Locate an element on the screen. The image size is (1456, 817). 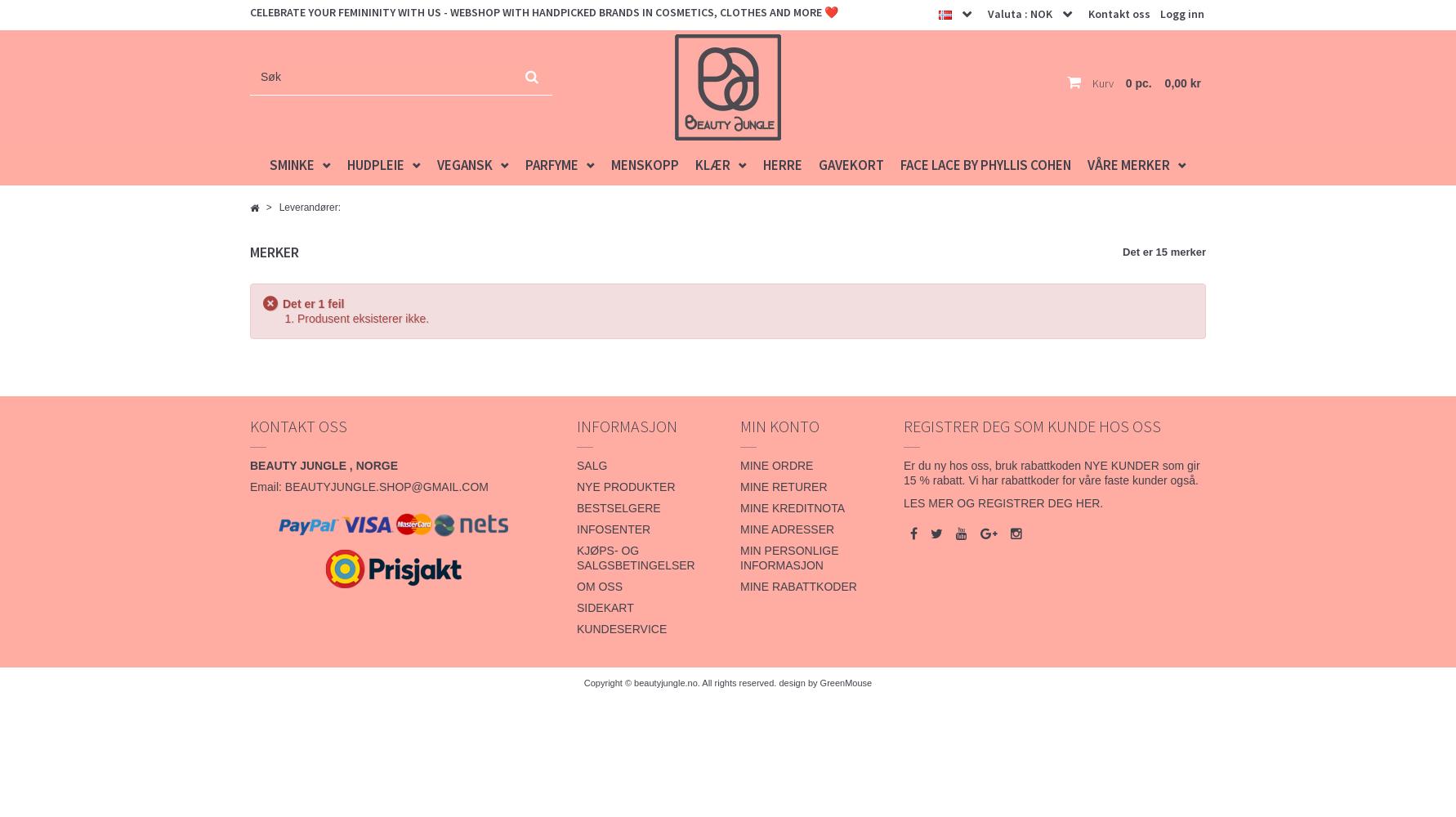
'VÅRE MERKER' is located at coordinates (1128, 164).